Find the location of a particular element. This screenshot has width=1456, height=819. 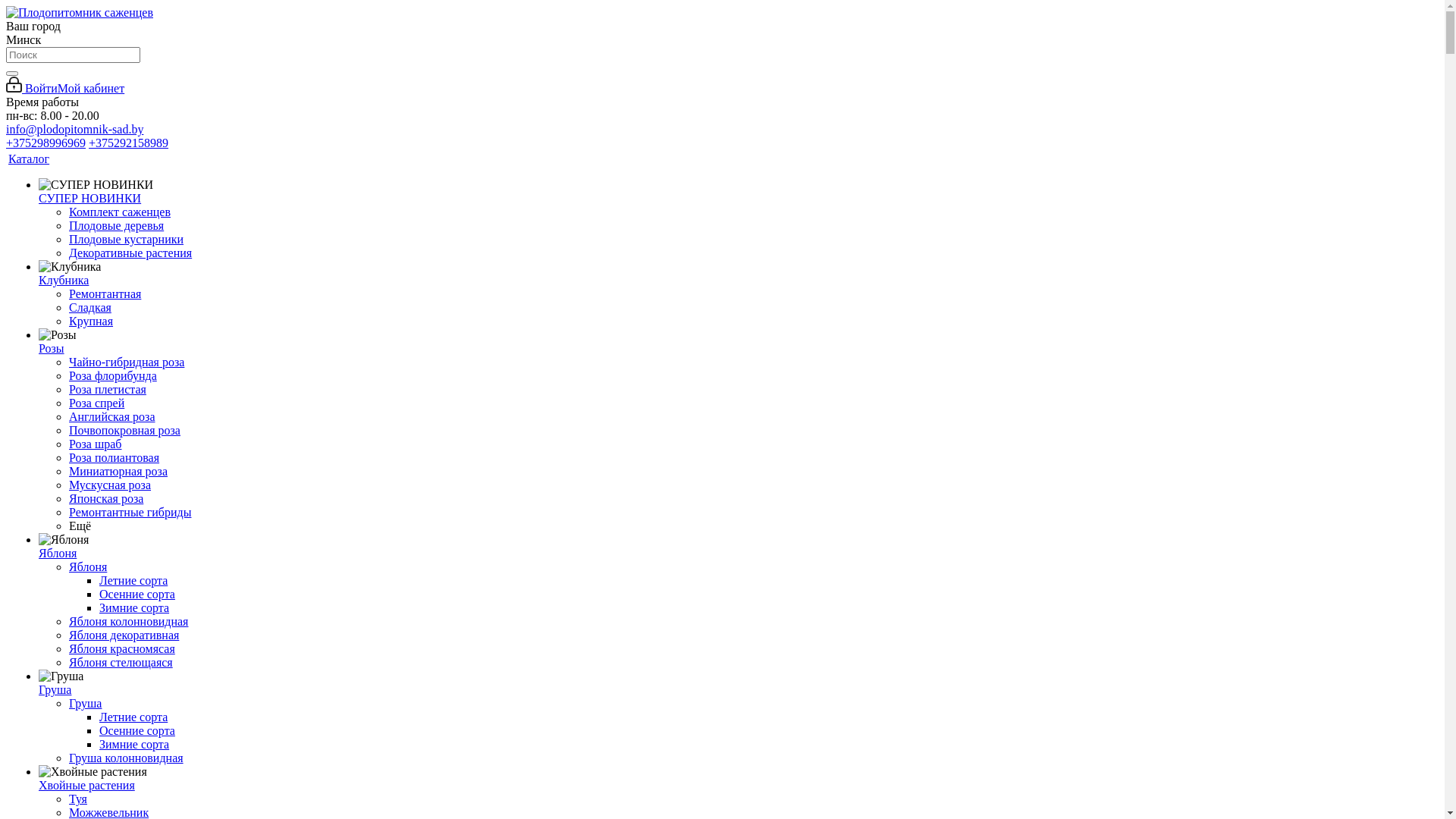

'+375292158989' is located at coordinates (87, 143).